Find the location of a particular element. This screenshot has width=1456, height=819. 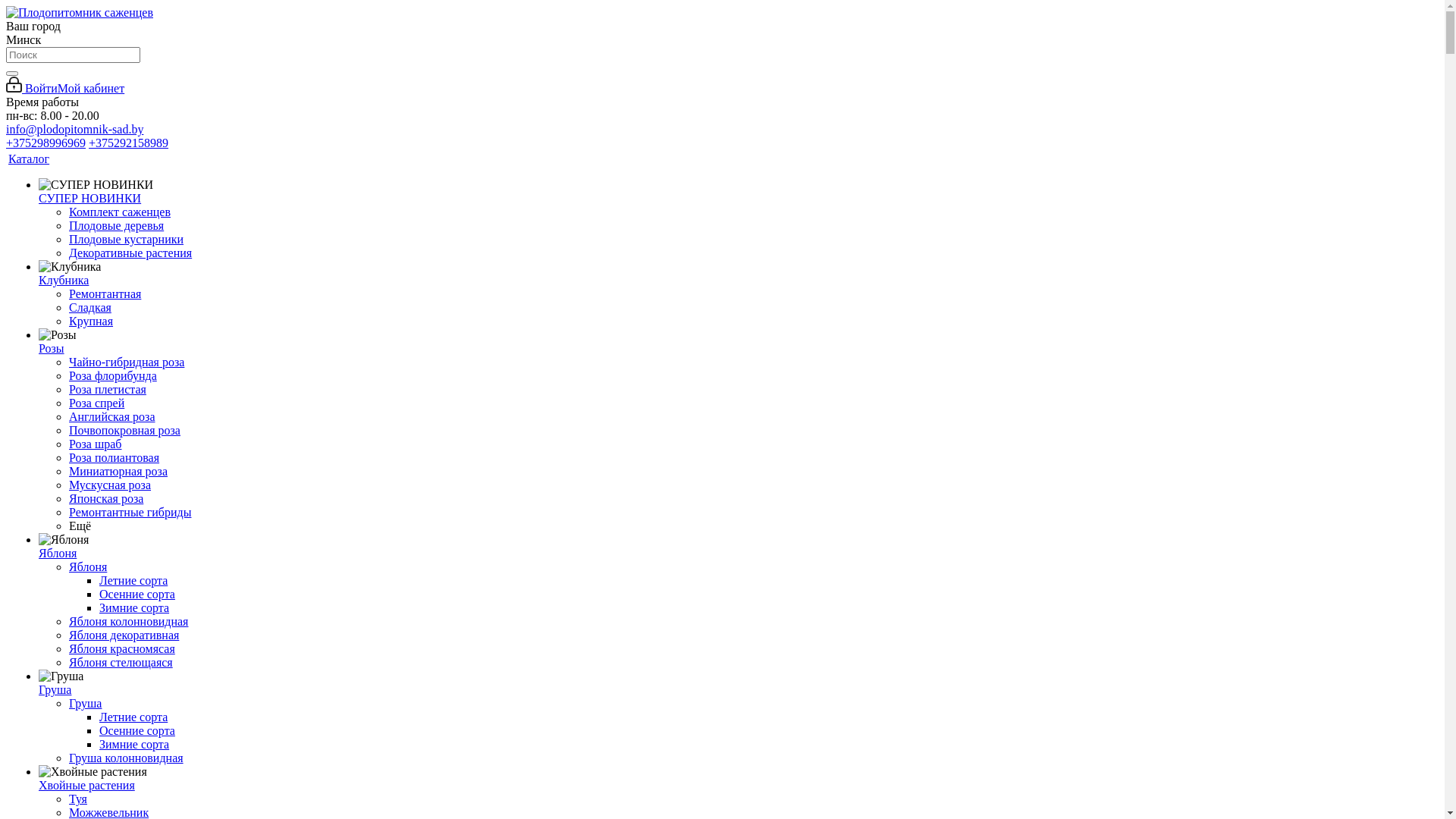

'+375292158989' is located at coordinates (87, 143).